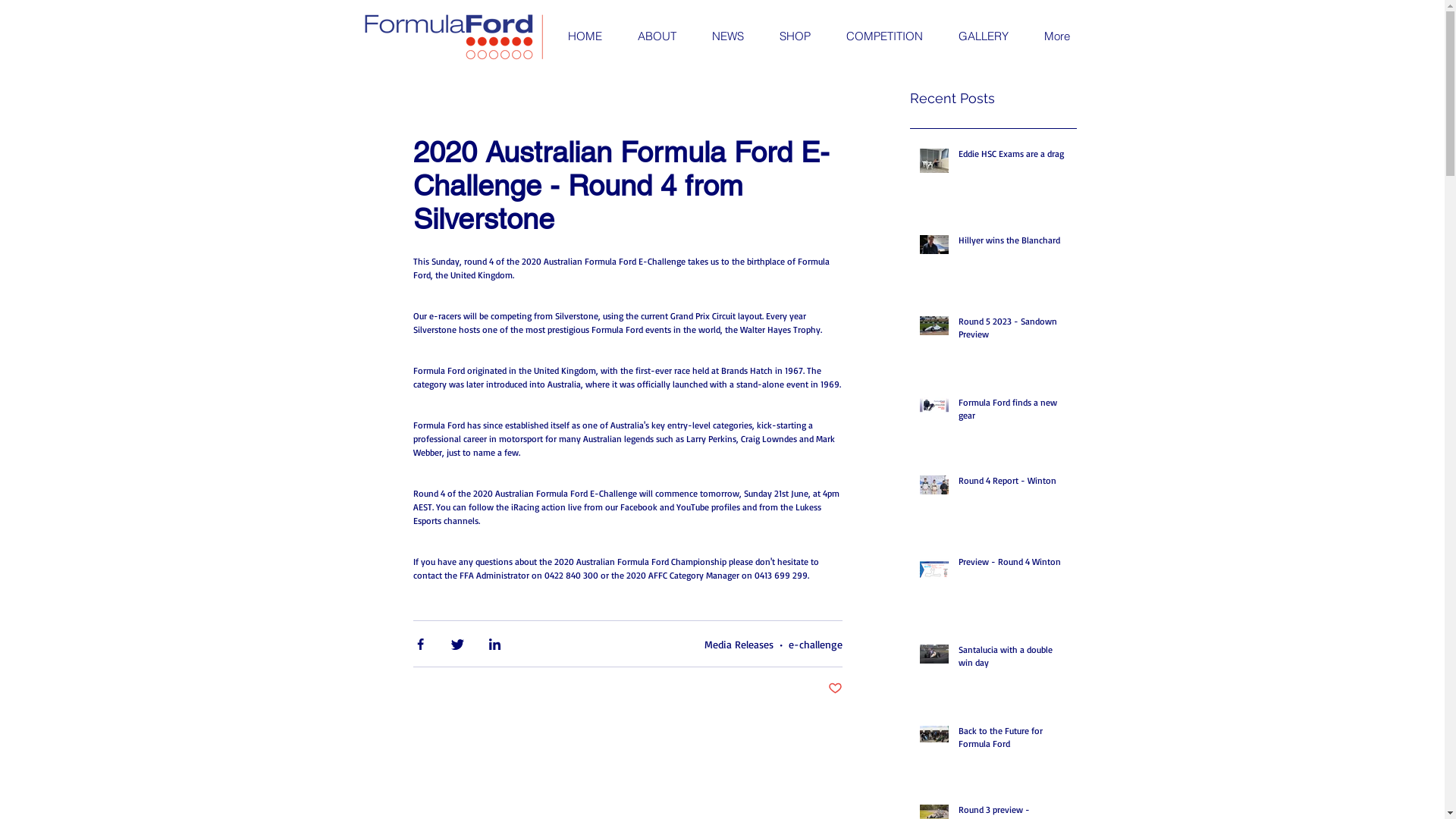  I want to click on 'Hillyer wins the Blanchard', so click(1012, 243).